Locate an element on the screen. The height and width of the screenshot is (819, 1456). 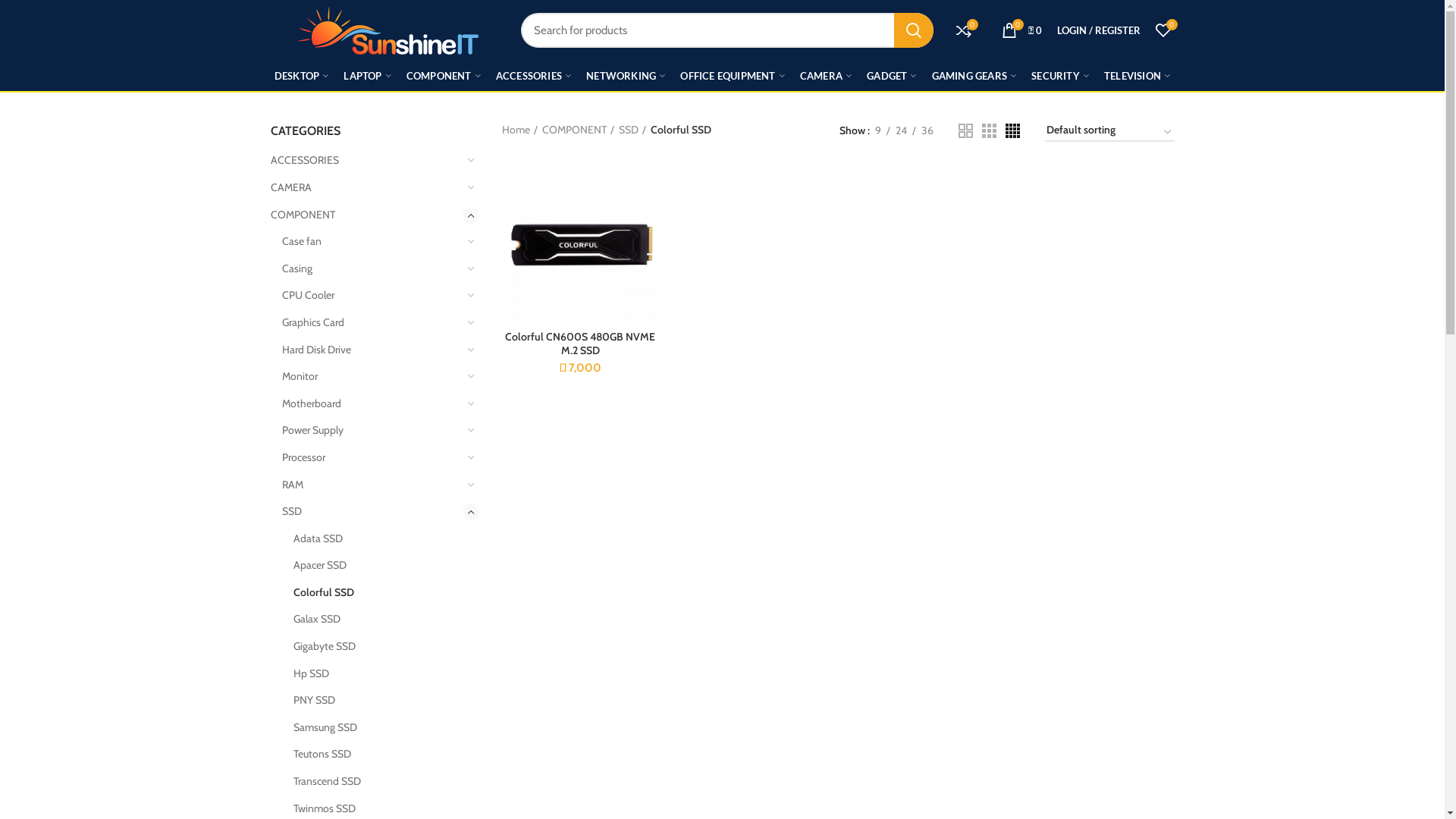
'ACCESSORIES' is located at coordinates (365, 161).